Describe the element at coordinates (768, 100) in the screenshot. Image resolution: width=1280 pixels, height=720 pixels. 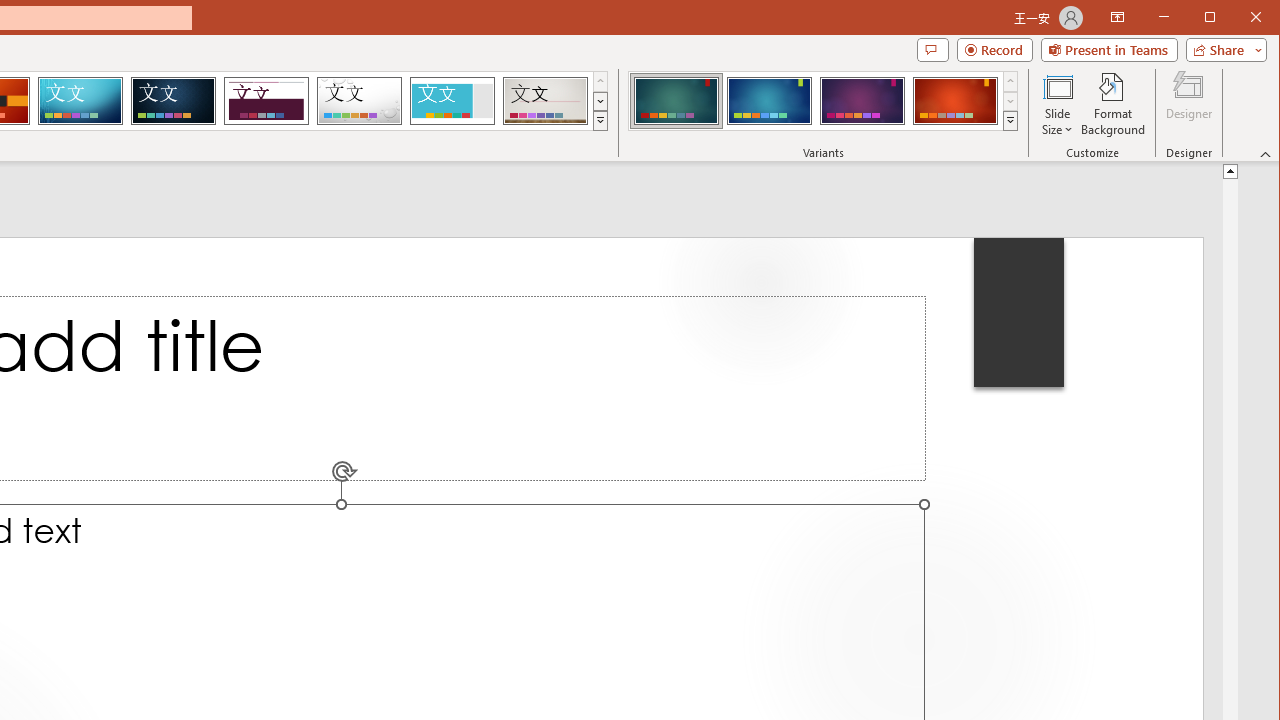
I see `'Ion Variant 2'` at that location.